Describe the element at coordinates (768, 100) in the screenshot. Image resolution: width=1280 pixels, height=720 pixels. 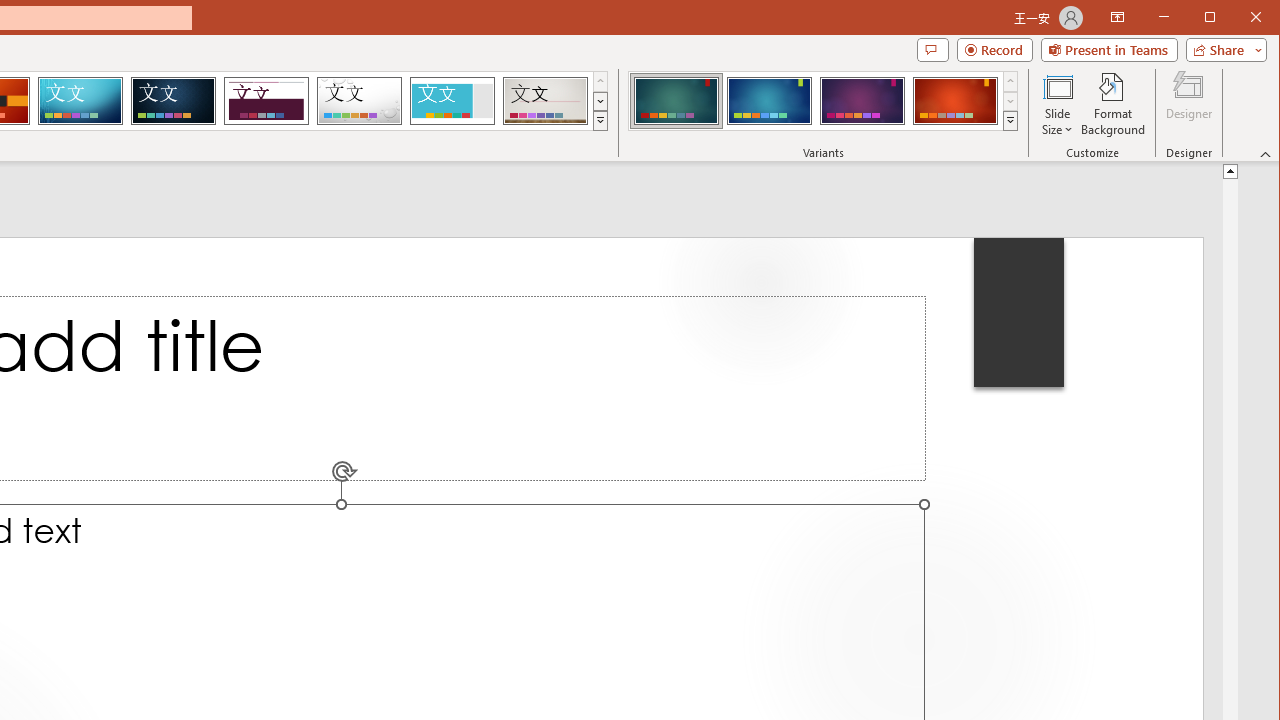
I see `'Ion Variant 2'` at that location.